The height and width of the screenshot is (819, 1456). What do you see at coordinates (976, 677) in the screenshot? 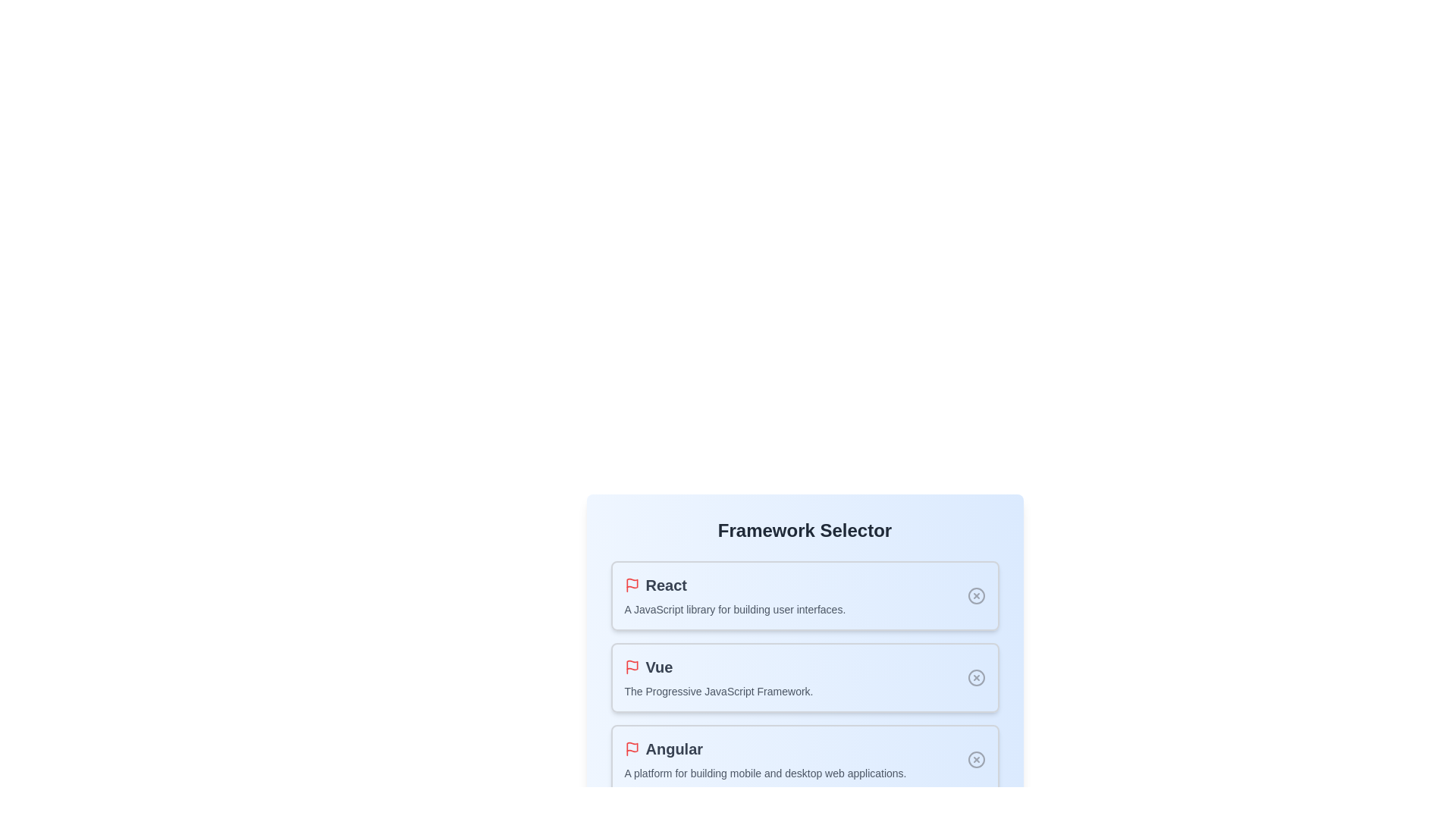
I see `the selection state indicator for Vue` at bounding box center [976, 677].